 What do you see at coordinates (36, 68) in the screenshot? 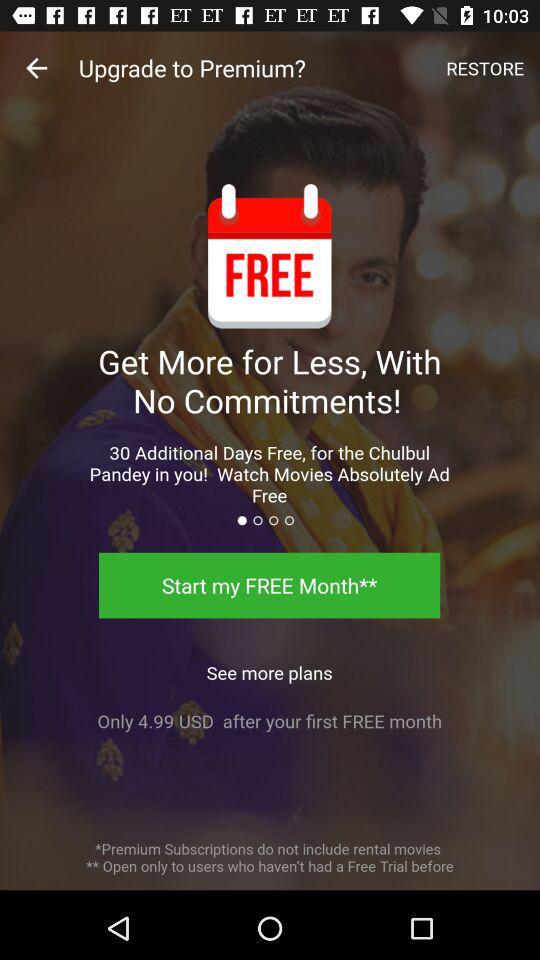
I see `the item at the top left corner` at bounding box center [36, 68].